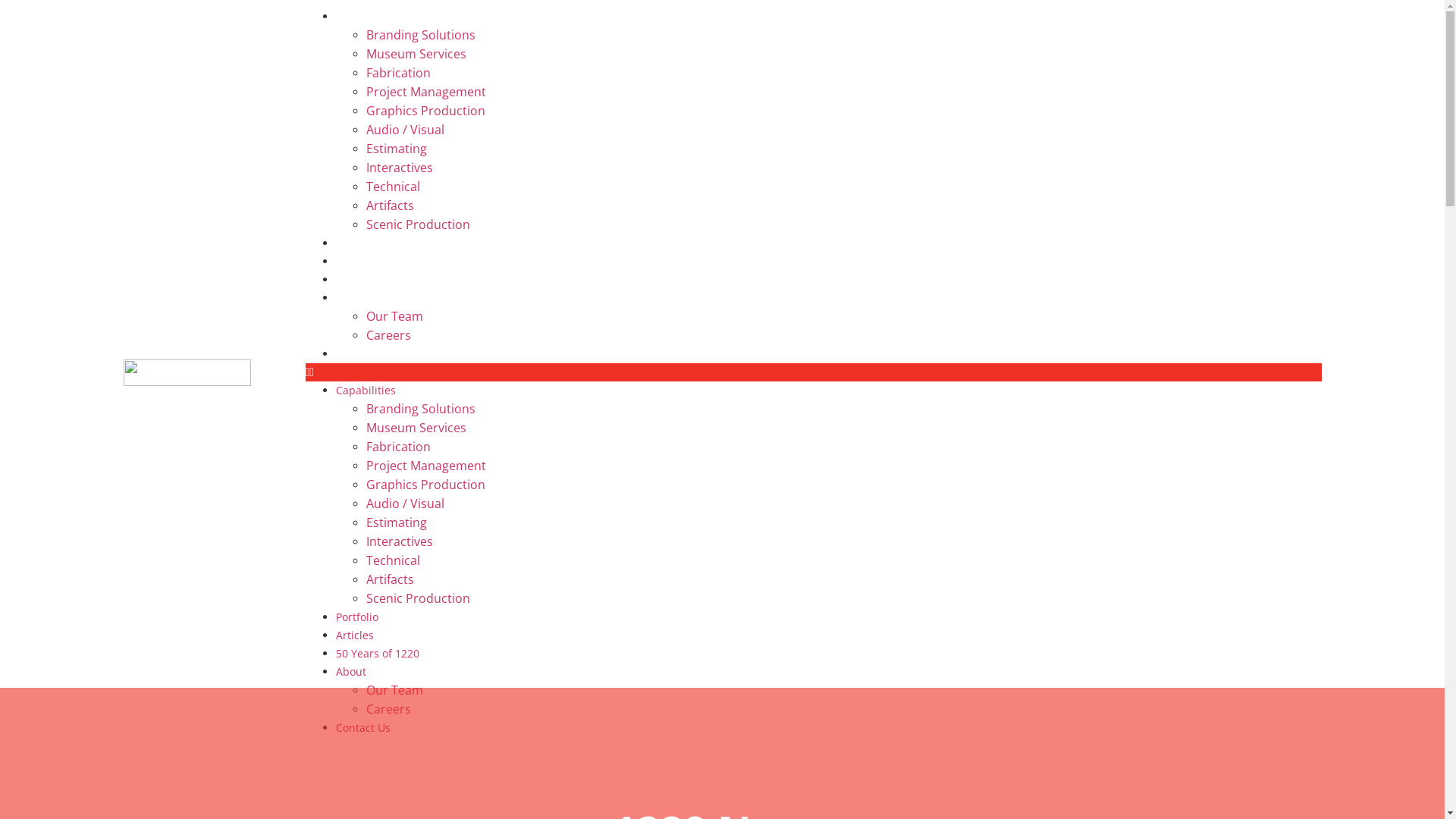 The image size is (1456, 819). I want to click on 'Estimating', so click(396, 522).